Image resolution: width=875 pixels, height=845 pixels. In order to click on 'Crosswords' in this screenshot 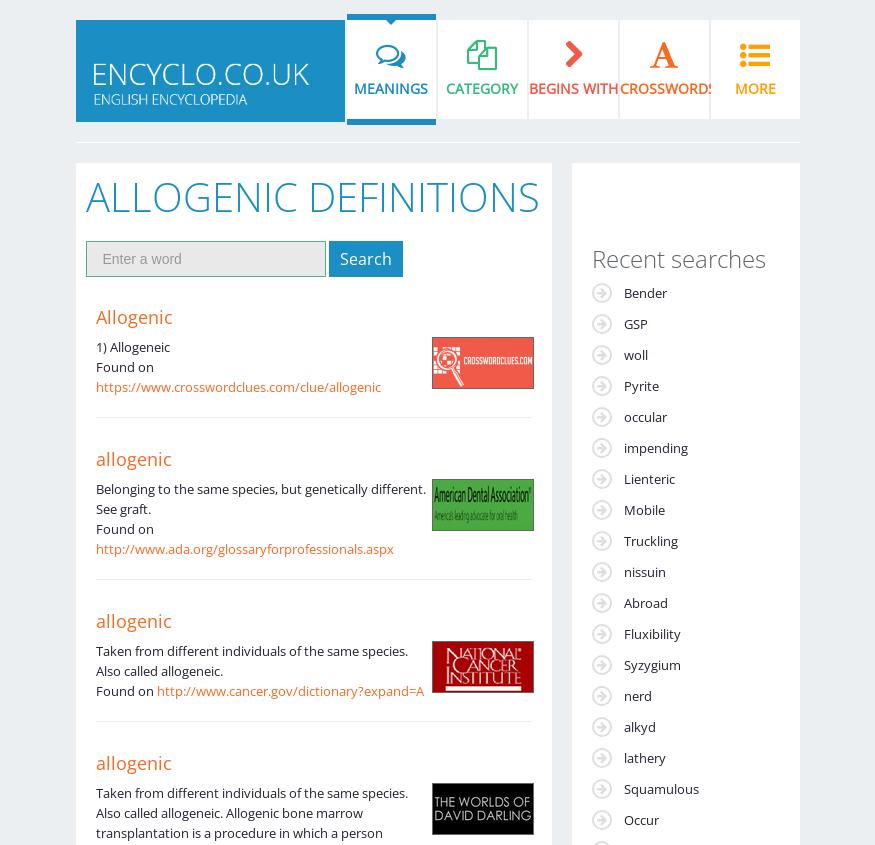, I will do `click(666, 88)`.